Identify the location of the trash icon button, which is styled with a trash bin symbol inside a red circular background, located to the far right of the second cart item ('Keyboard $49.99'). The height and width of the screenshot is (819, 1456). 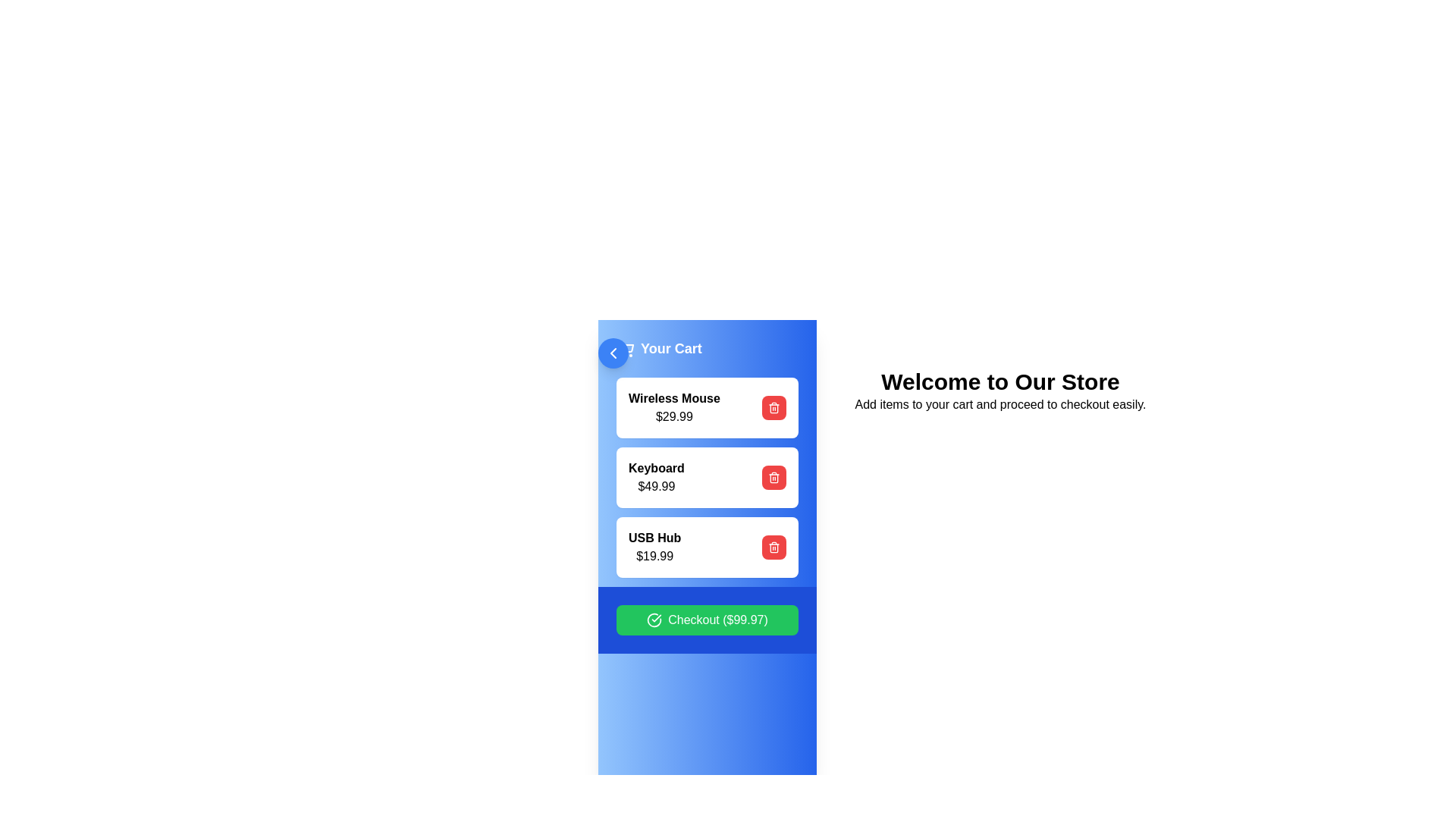
(774, 476).